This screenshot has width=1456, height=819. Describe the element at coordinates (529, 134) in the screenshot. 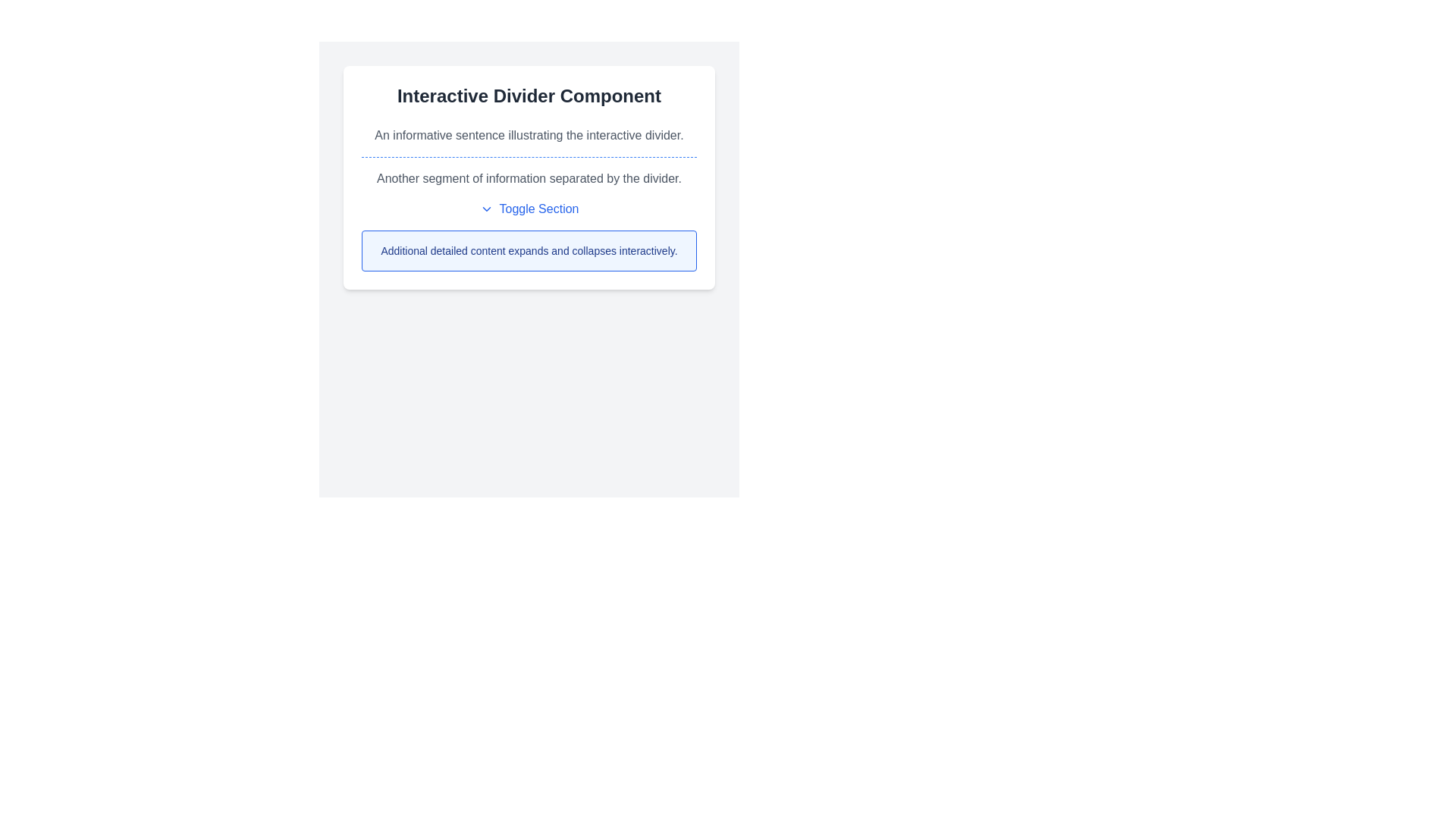

I see `informational text label located in the white card UI beneath the header 'Interactive Divider Component', positioned above a dashed blue divider` at that location.